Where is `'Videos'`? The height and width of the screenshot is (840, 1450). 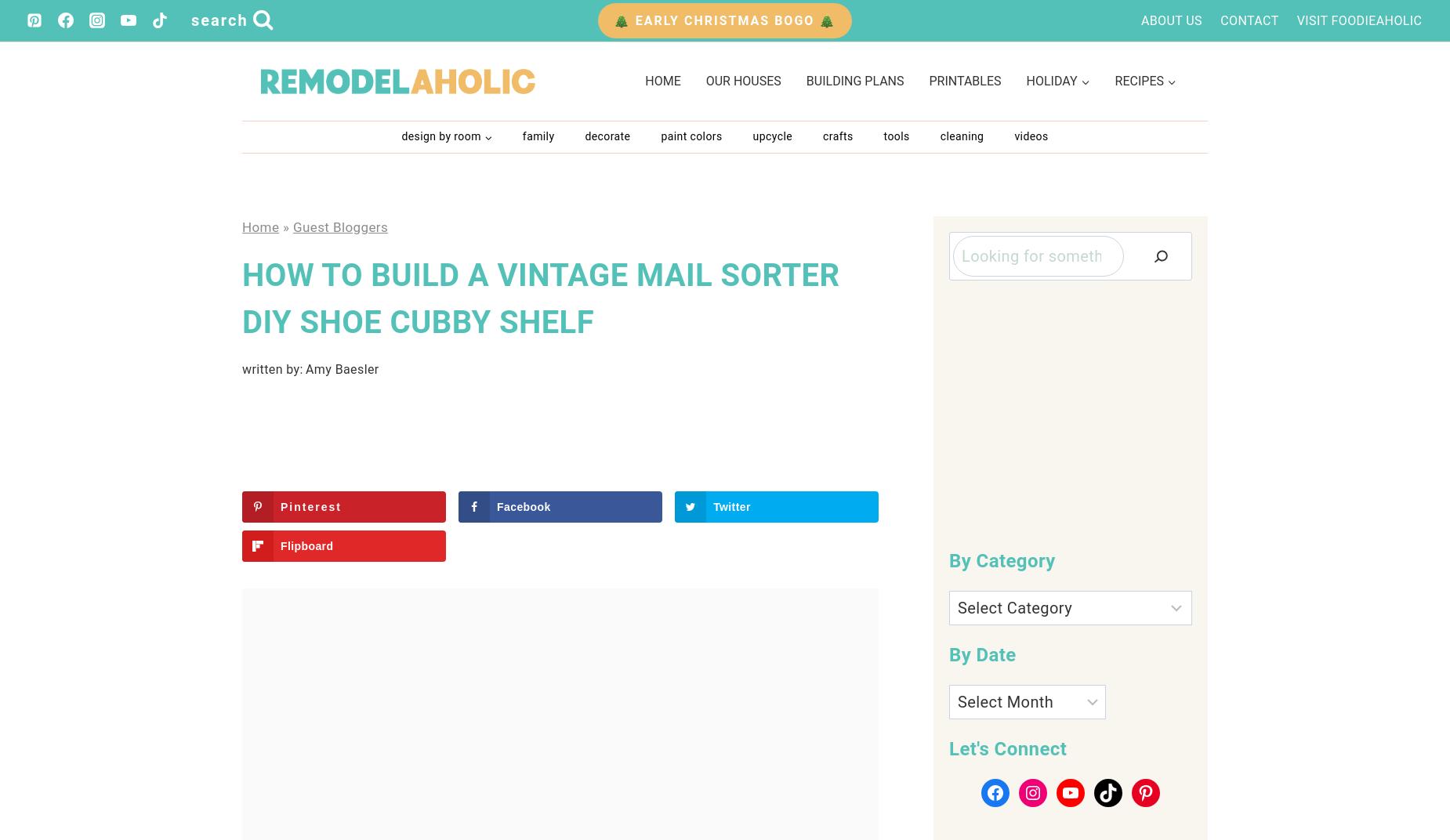 'Videos' is located at coordinates (1030, 135).